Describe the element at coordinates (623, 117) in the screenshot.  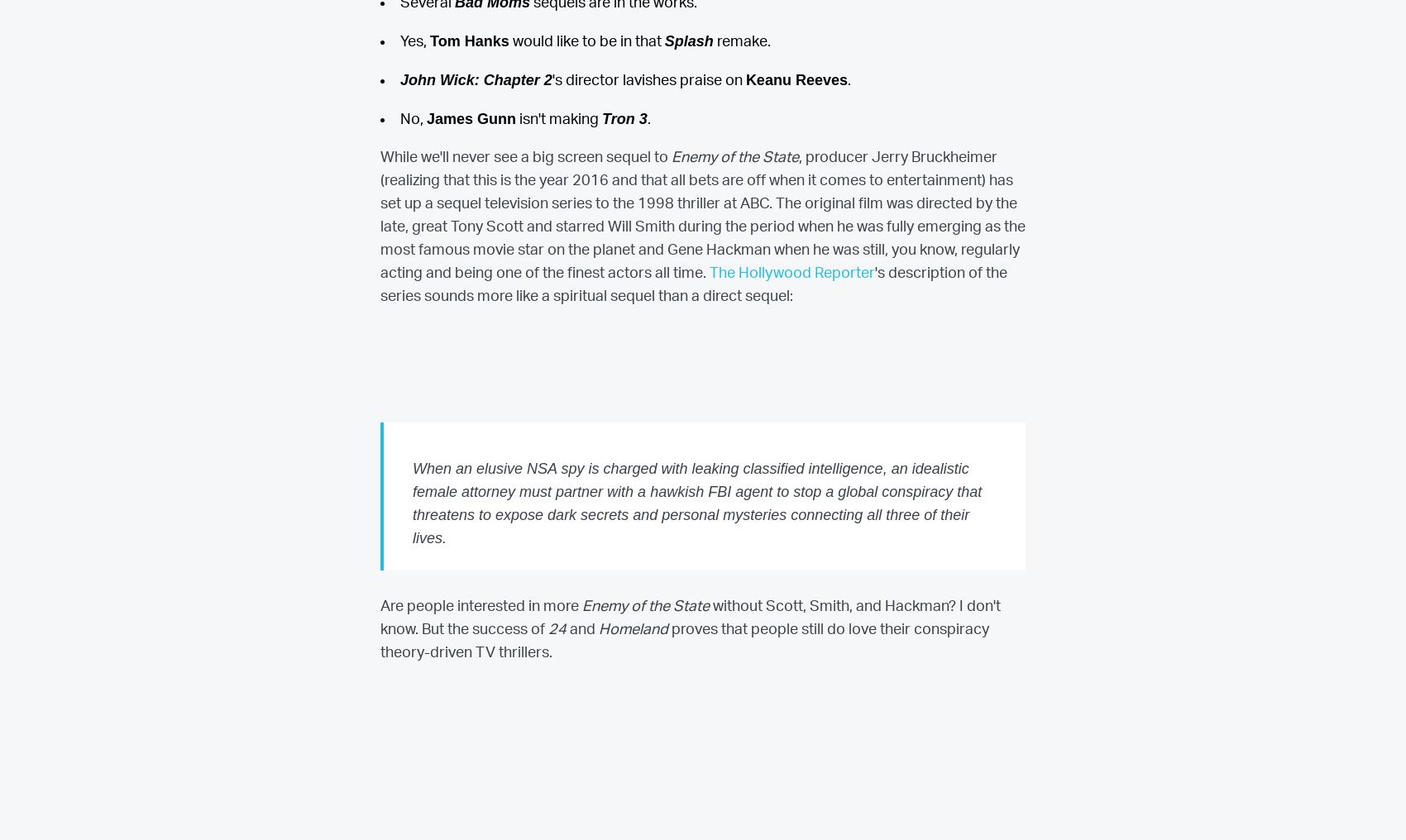
I see `'Tron 3'` at that location.